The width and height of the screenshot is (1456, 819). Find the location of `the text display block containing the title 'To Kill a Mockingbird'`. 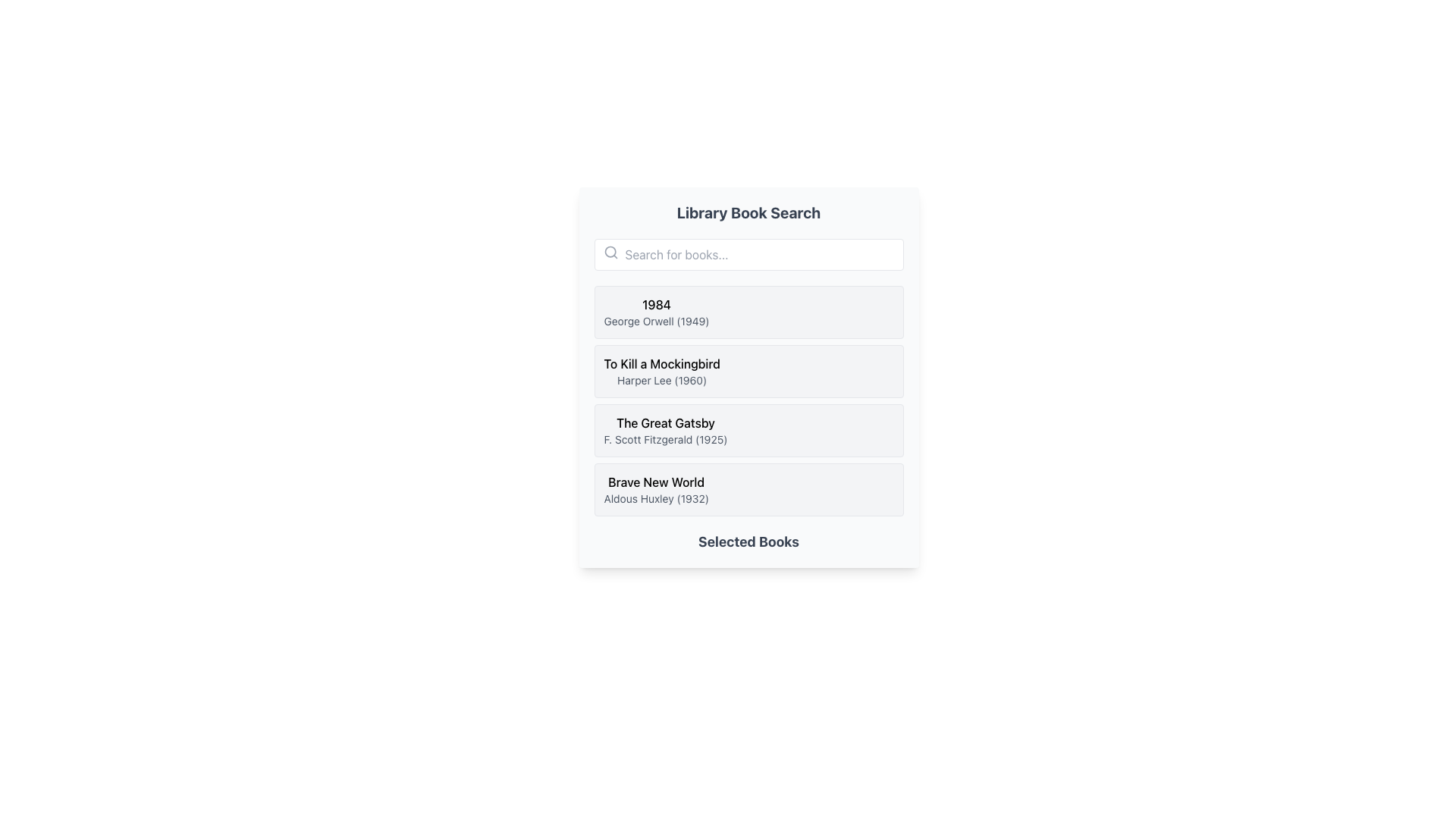

the text display block containing the title 'To Kill a Mockingbird' is located at coordinates (662, 371).